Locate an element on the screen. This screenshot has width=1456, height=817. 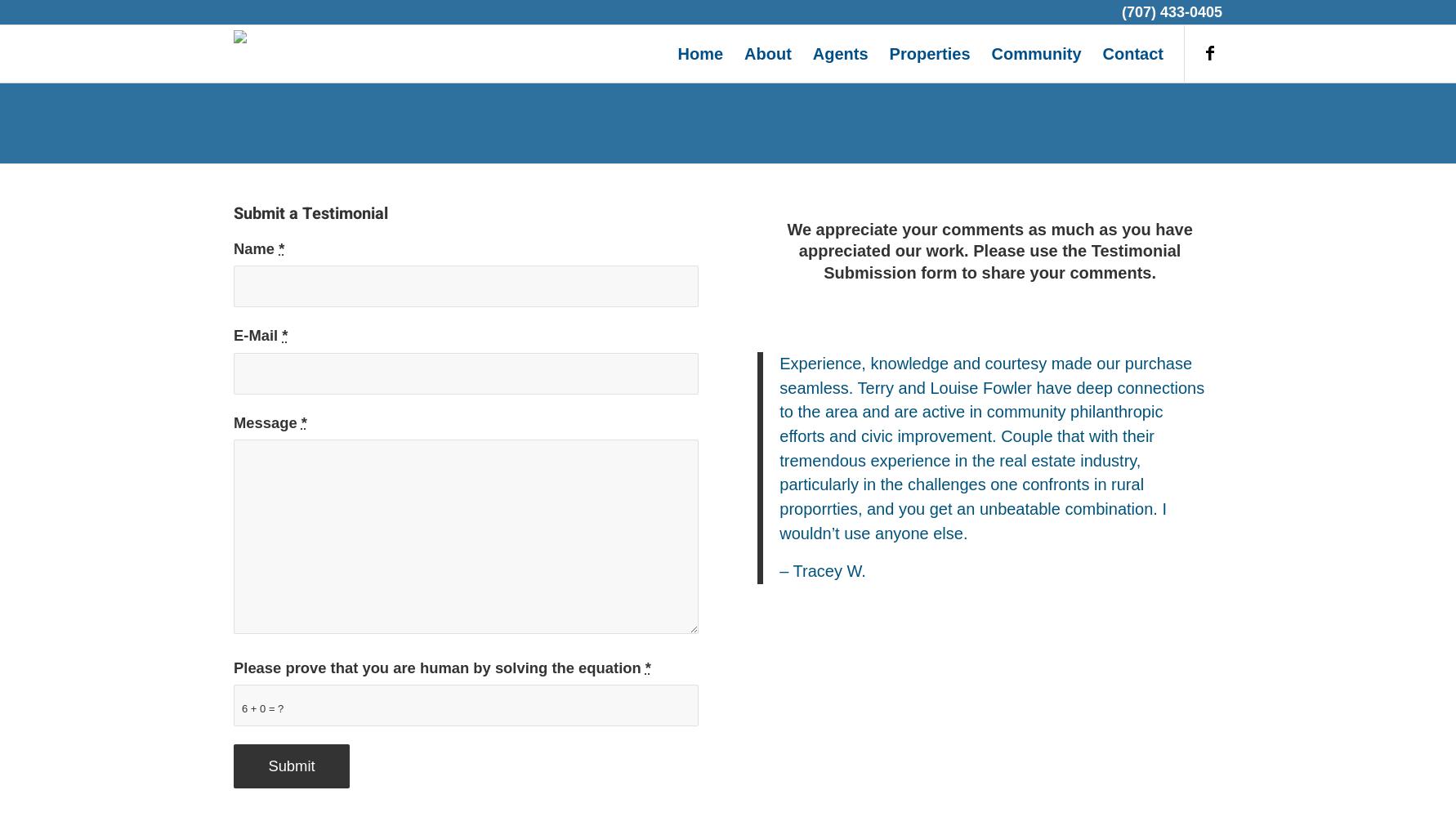
'(707) 433-0405' is located at coordinates (1171, 12).